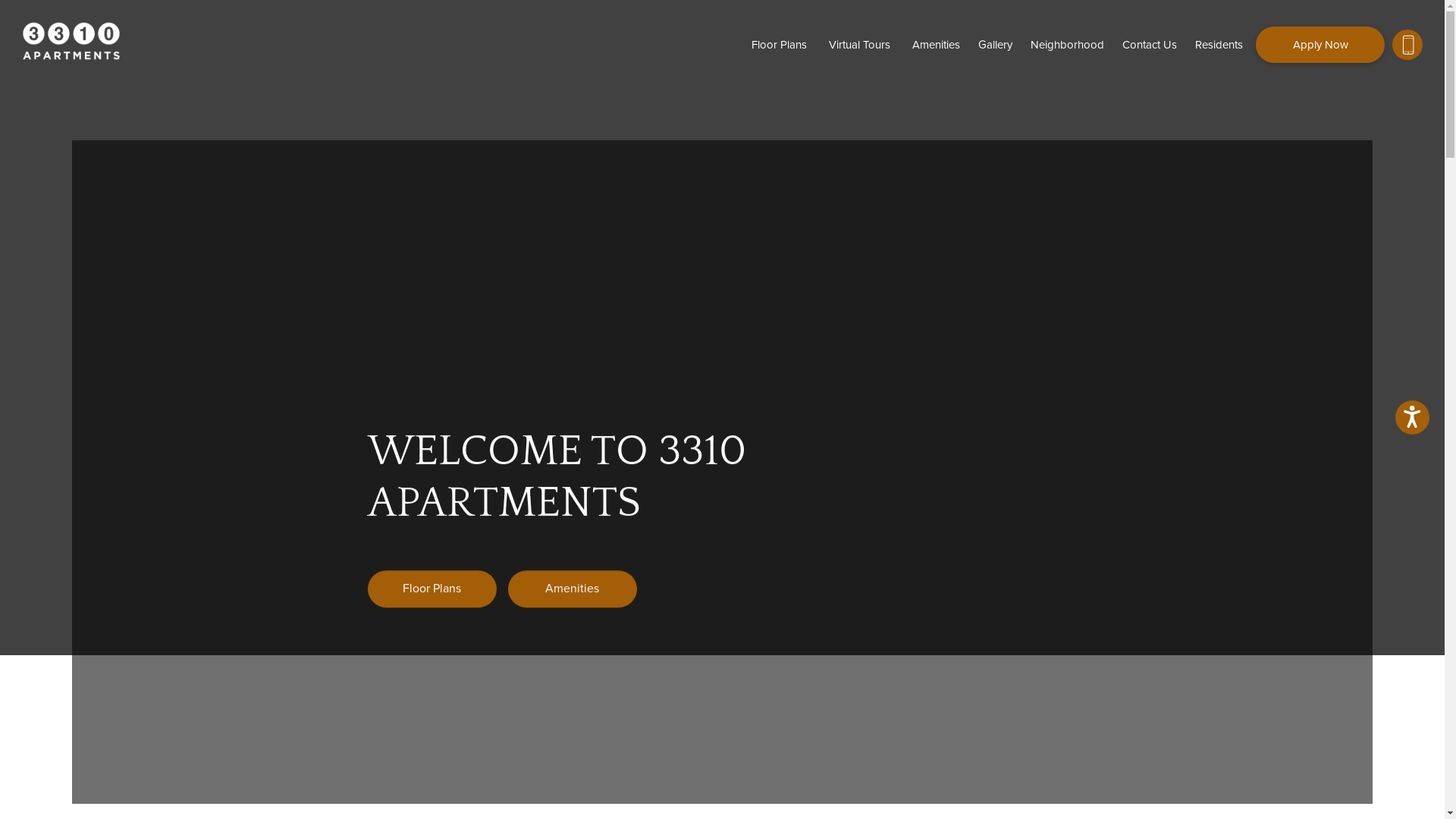 The width and height of the screenshot is (1456, 819). Describe the element at coordinates (1185, 43) in the screenshot. I see `'Residents'` at that location.